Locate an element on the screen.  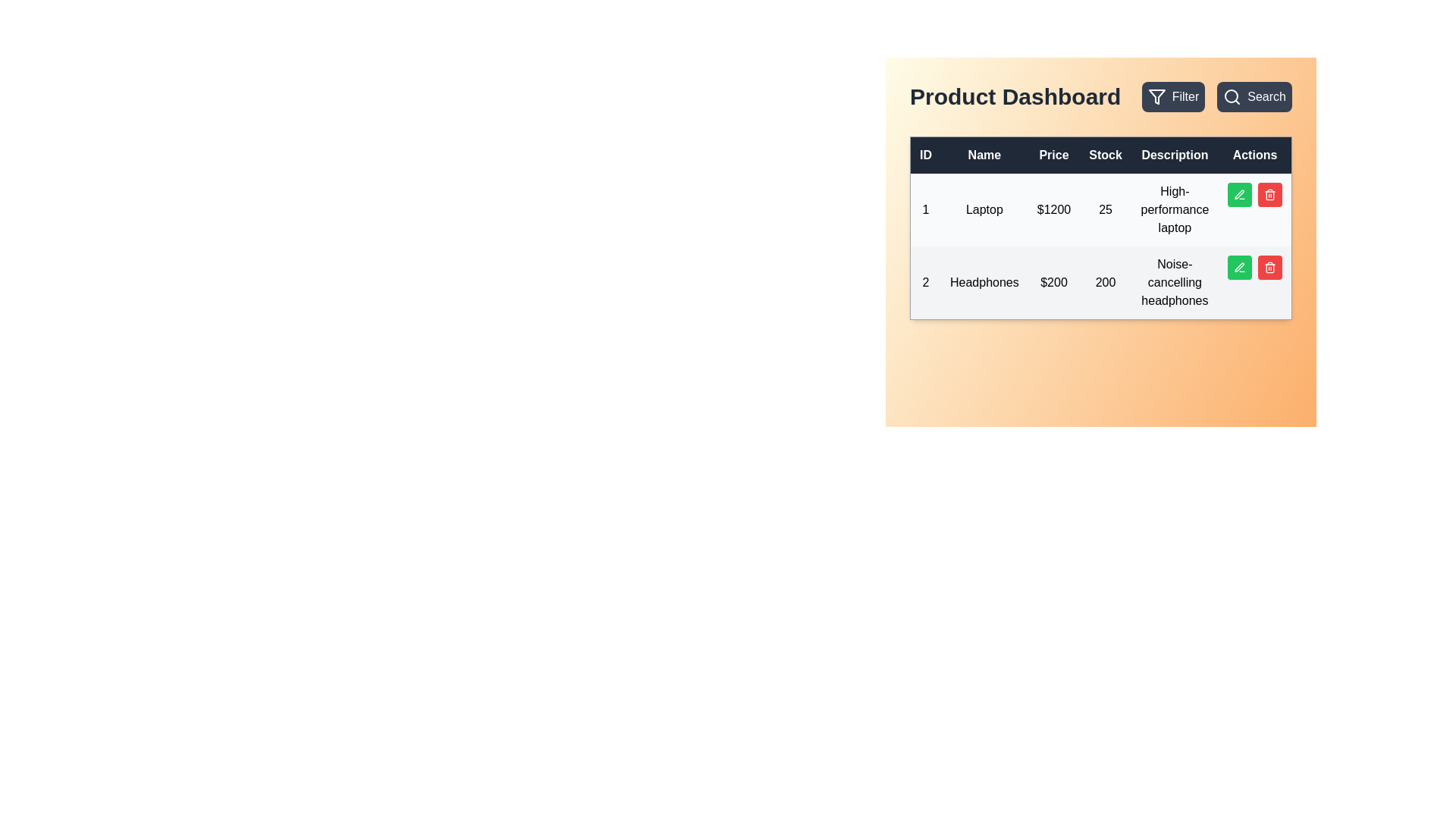
the small red trash bin icon button located under the 'Actions' column in the second row of the Product Dashboard table is located at coordinates (1270, 194).